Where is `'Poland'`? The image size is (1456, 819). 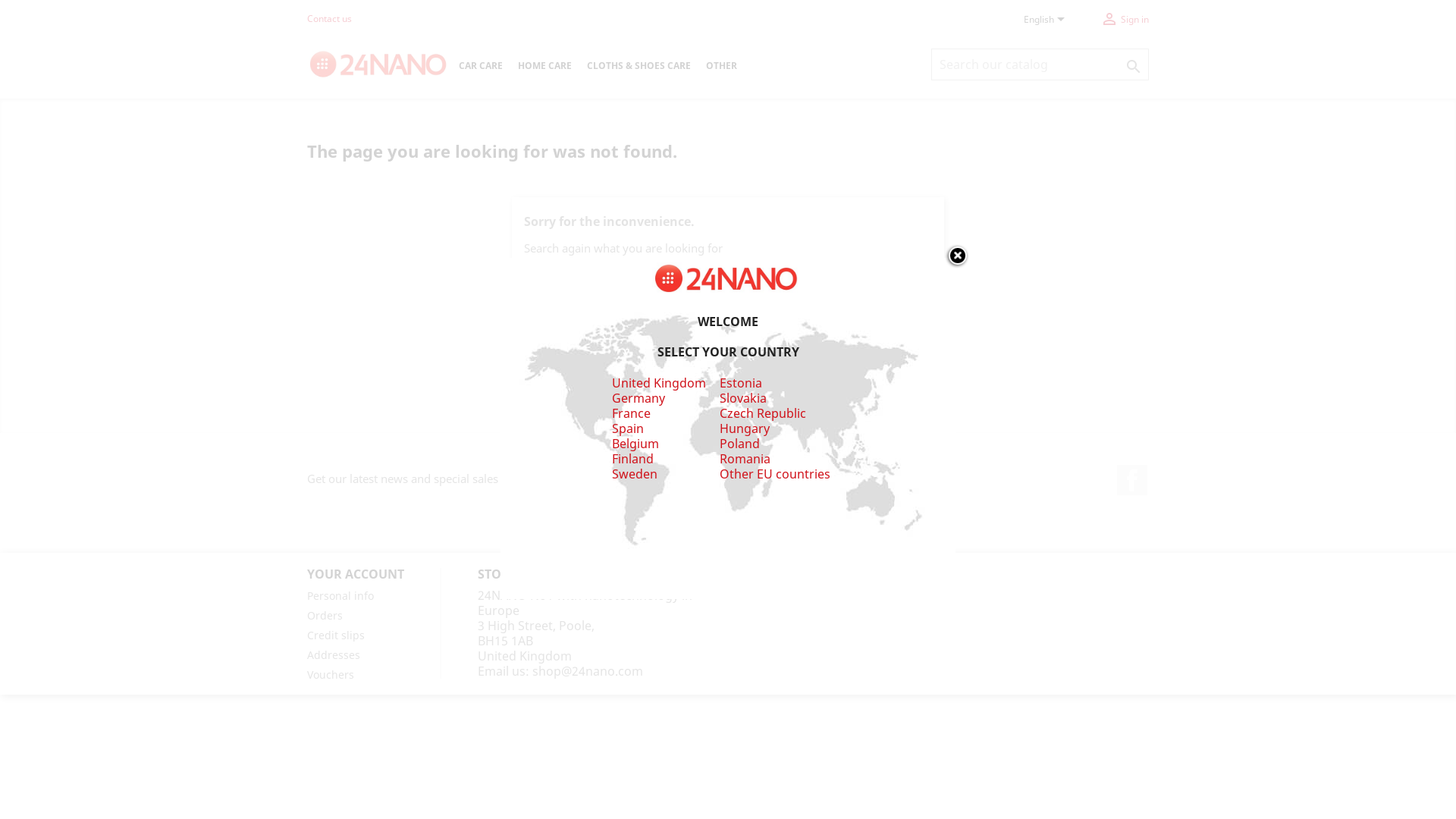 'Poland' is located at coordinates (739, 444).